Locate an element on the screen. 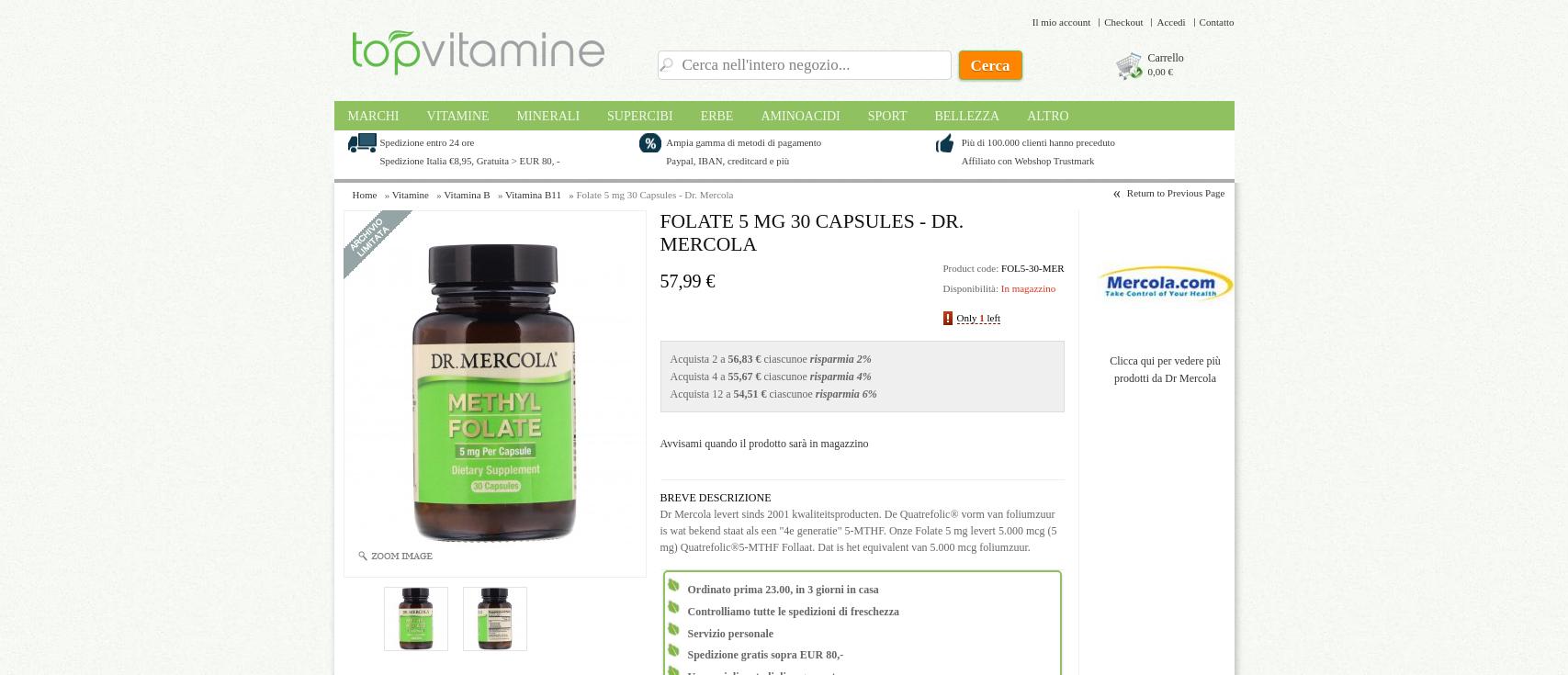  'Spedizione Italia €8,95, Gratuita > EUR 80, -' is located at coordinates (469, 161).